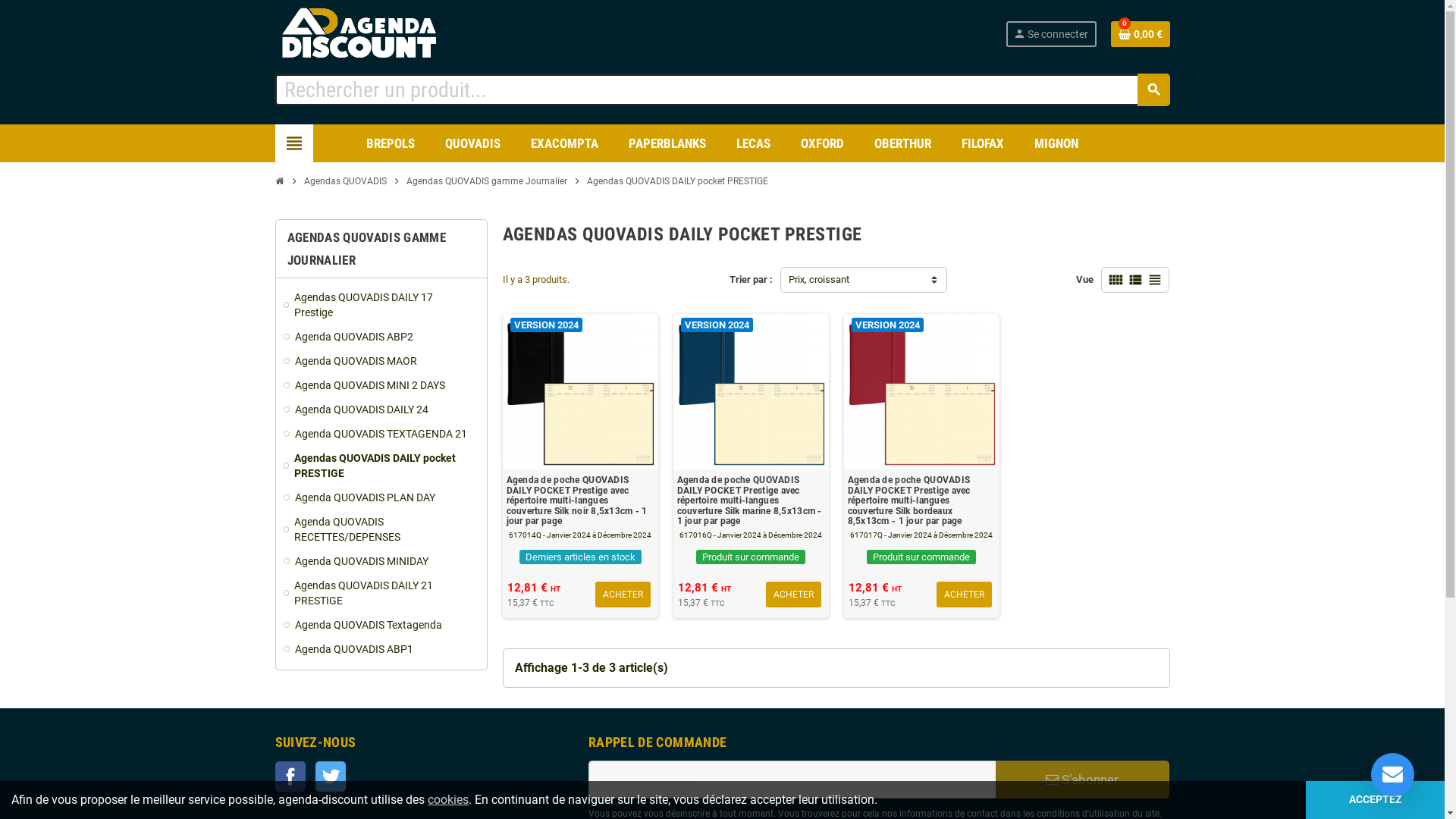 The height and width of the screenshot is (819, 1456). What do you see at coordinates (1115, 280) in the screenshot?
I see `'view_comfy'` at bounding box center [1115, 280].